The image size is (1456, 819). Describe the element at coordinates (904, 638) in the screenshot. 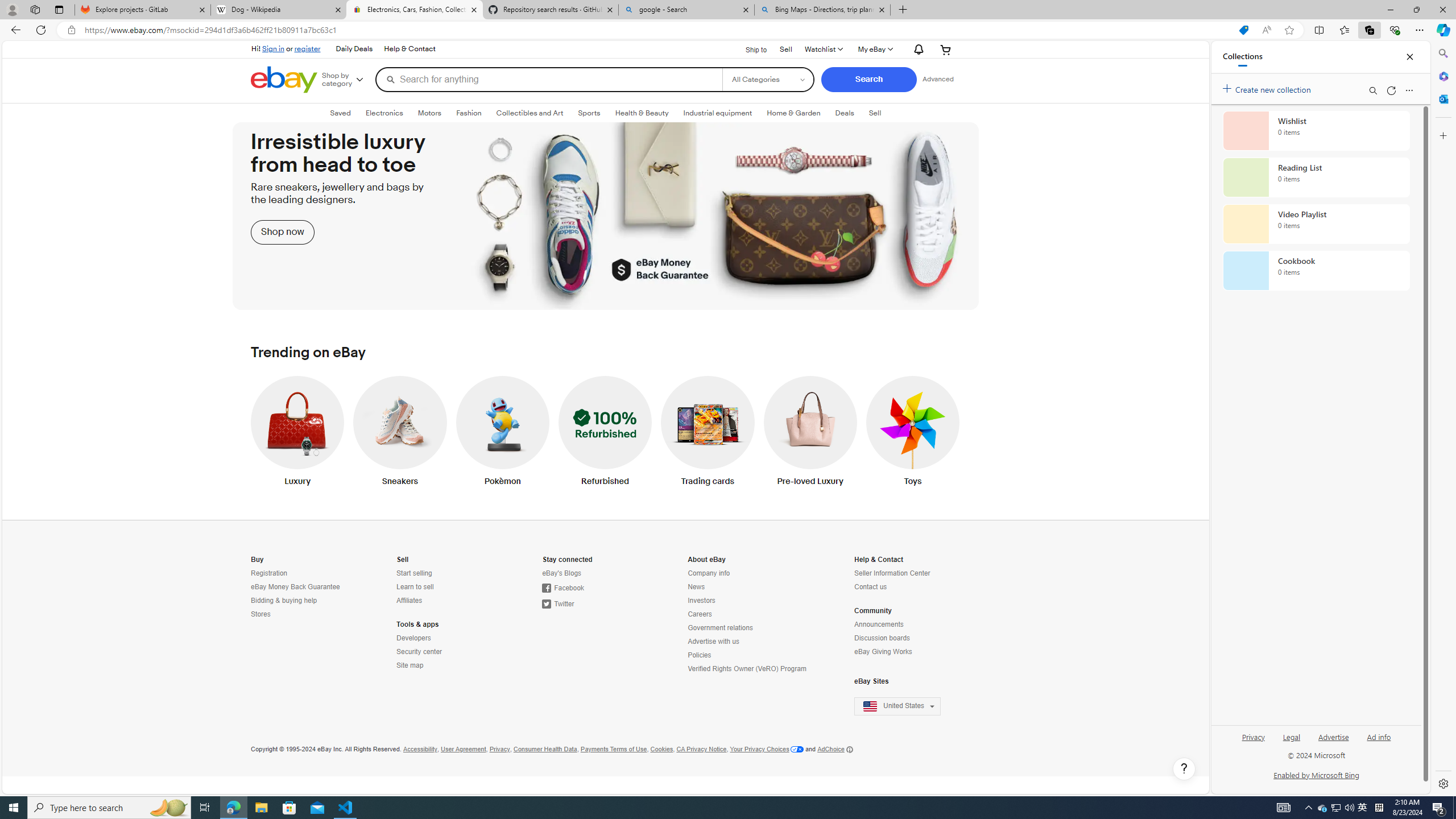

I see `'Discussion boards'` at that location.